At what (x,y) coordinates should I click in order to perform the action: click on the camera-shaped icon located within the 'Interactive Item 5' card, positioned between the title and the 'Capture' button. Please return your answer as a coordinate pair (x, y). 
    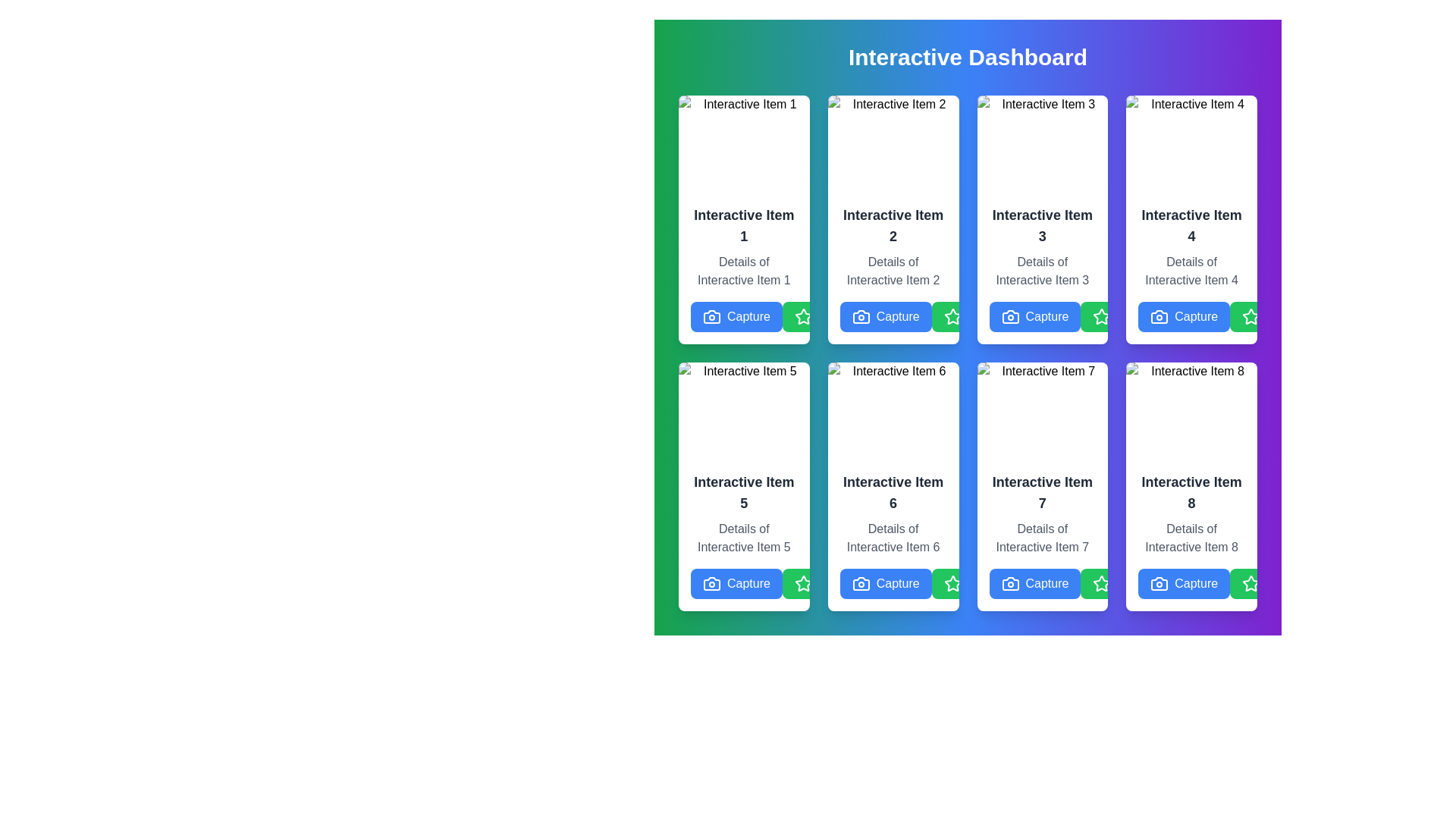
    Looking at the image, I should click on (711, 583).